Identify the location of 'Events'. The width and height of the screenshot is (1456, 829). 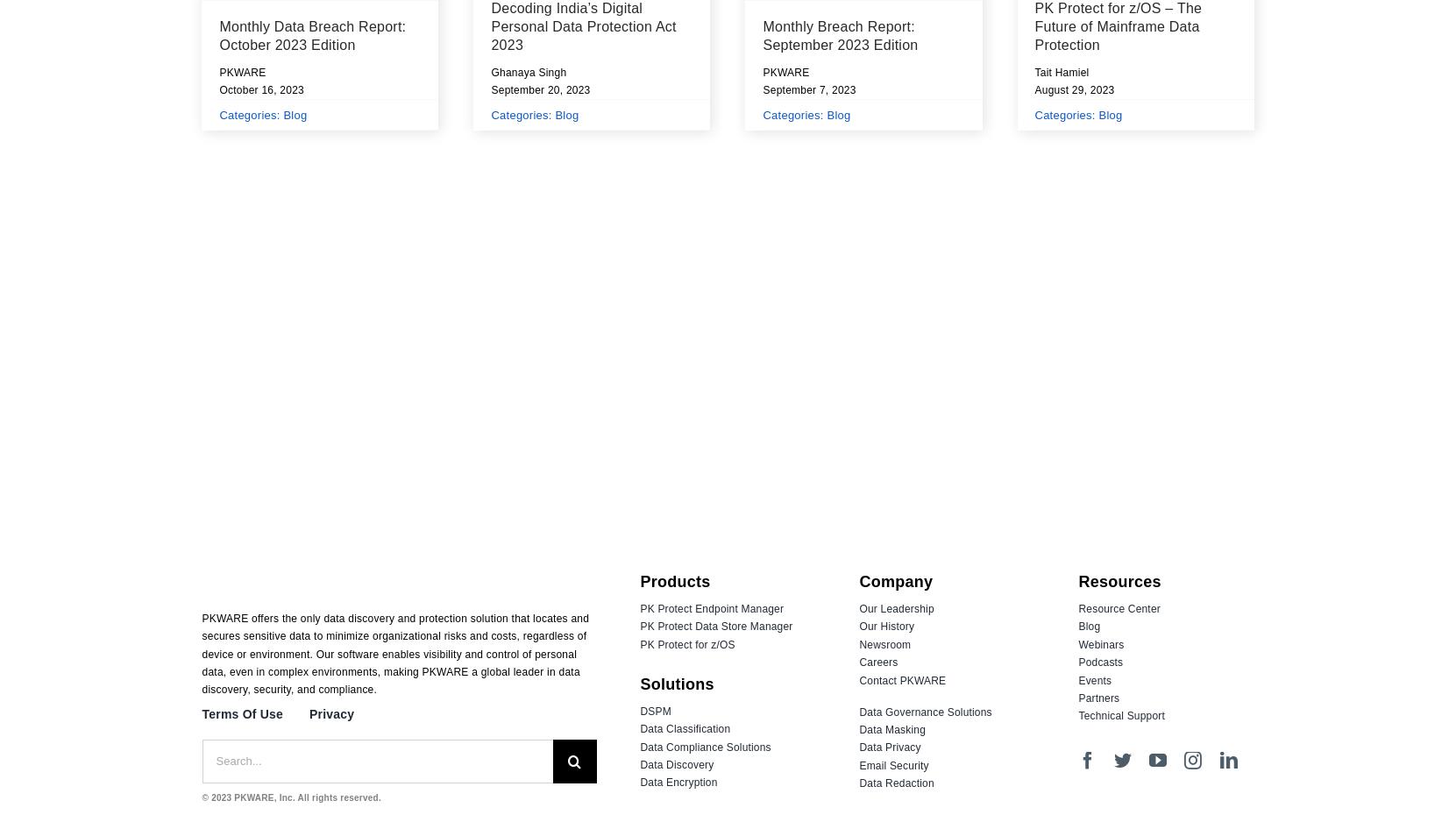
(1095, 679).